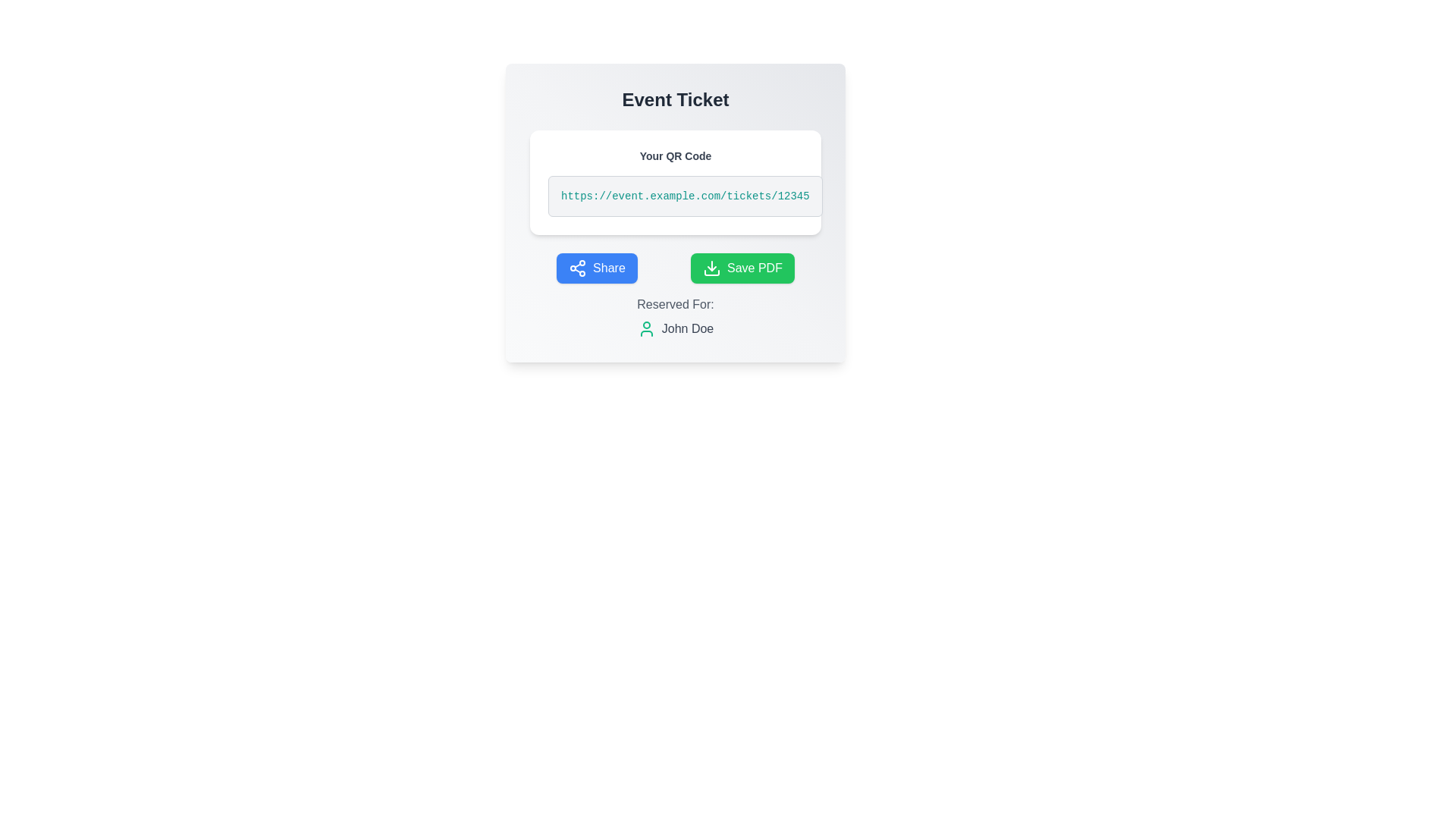  Describe the element at coordinates (675, 315) in the screenshot. I see `the text element displaying 'Reserved For: John Doe' with an adjacent user icon in a greenish color, located at the bottom of the 'Event Ticket' modal` at that location.